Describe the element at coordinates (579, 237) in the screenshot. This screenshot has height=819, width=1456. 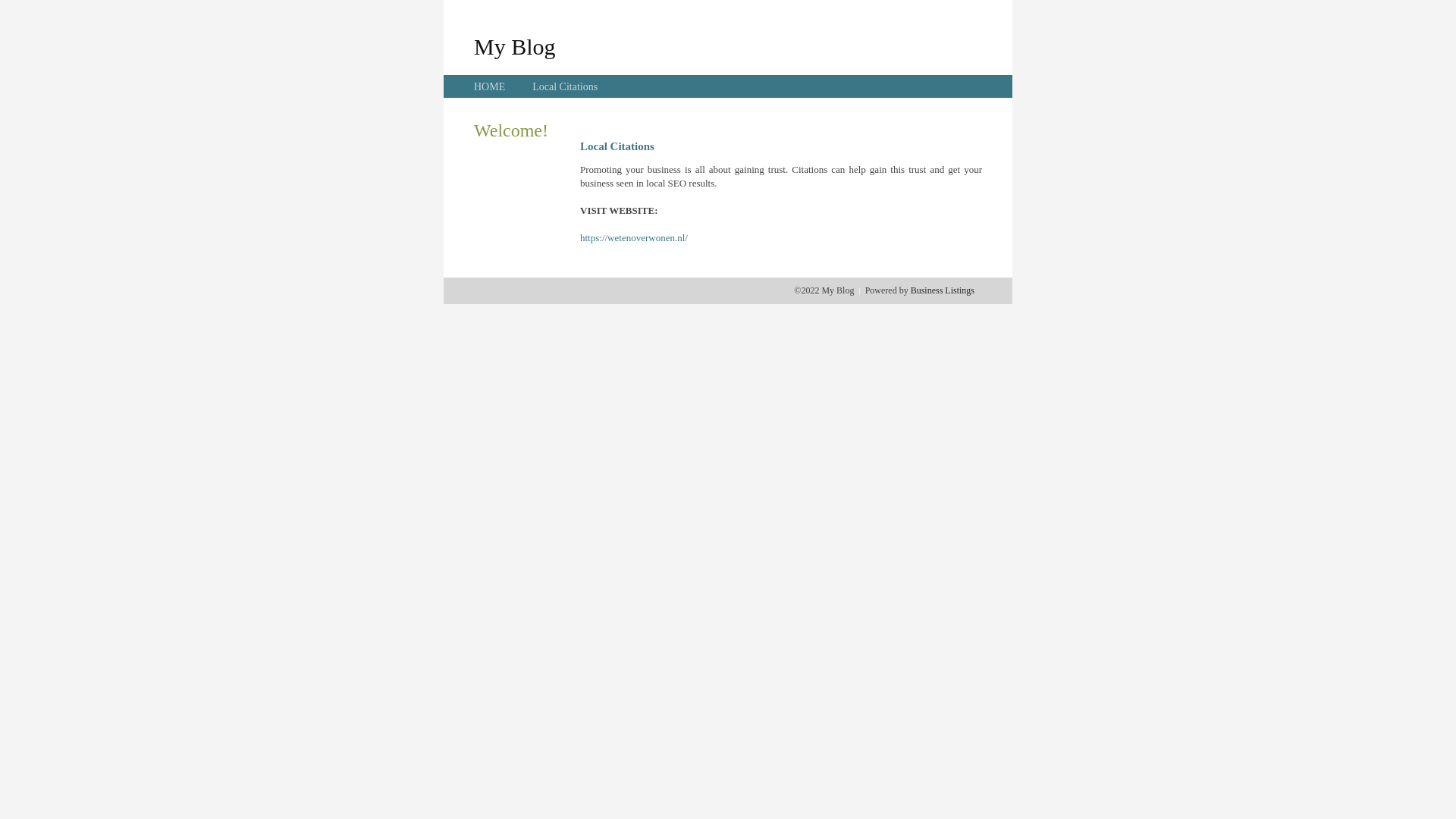
I see `'https://wetenoverwonen.nl/'` at that location.